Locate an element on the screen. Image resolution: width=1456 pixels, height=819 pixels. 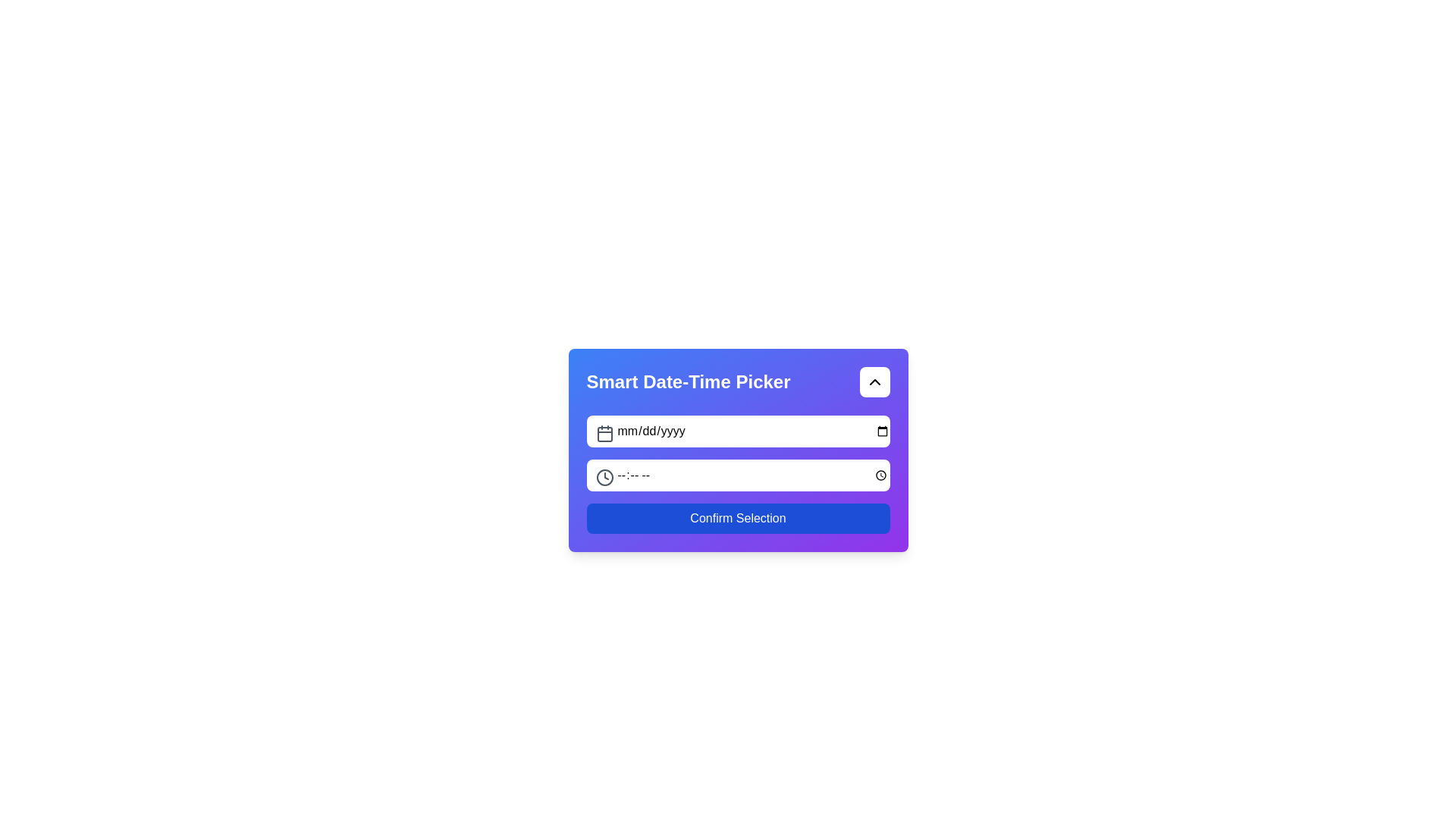
clock icon located on the left side of the time input field in the date-time picker interface for styling or debugging purposes is located at coordinates (604, 476).